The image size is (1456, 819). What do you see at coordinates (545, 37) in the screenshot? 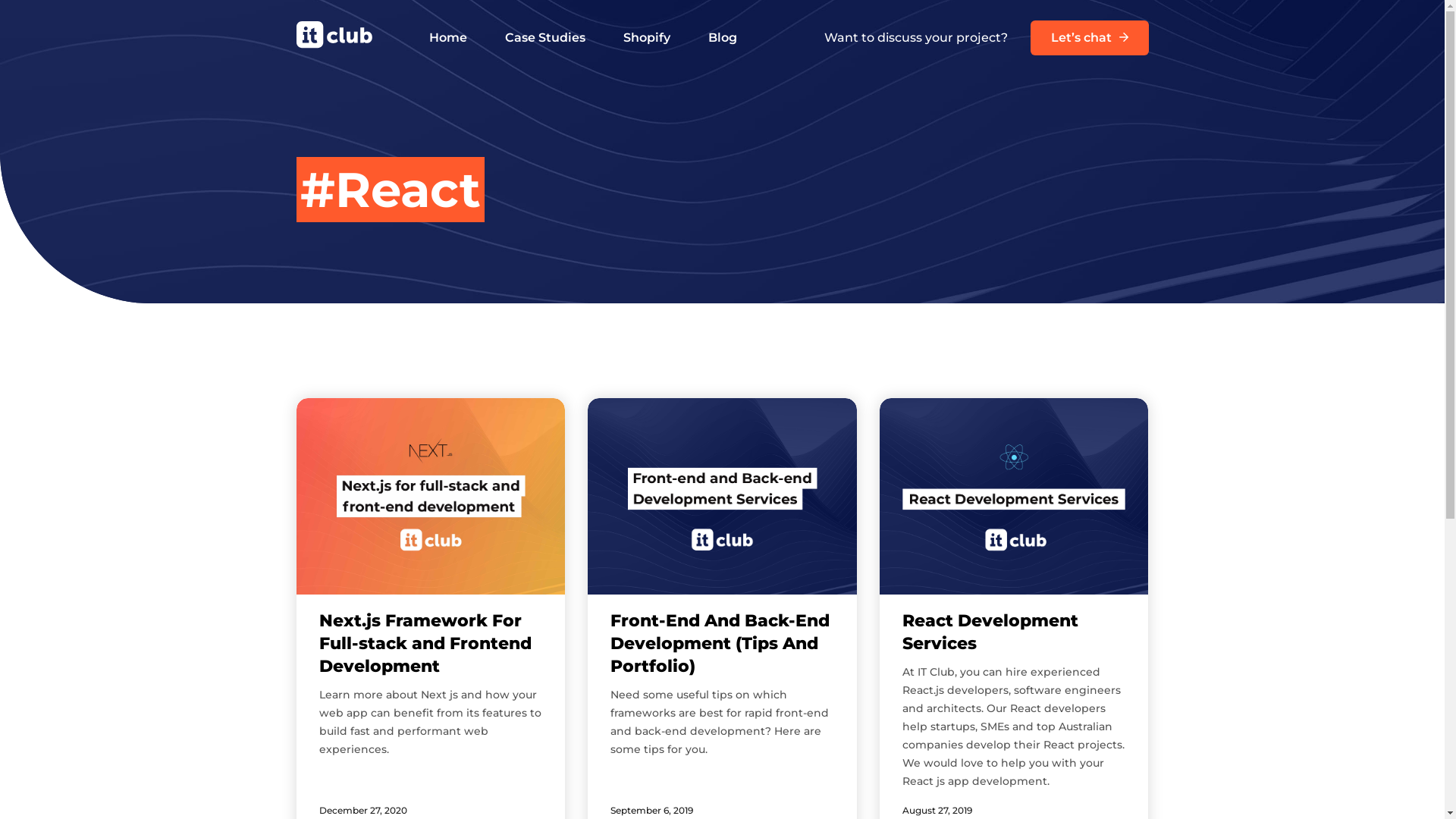
I see `'Case Studies'` at bounding box center [545, 37].